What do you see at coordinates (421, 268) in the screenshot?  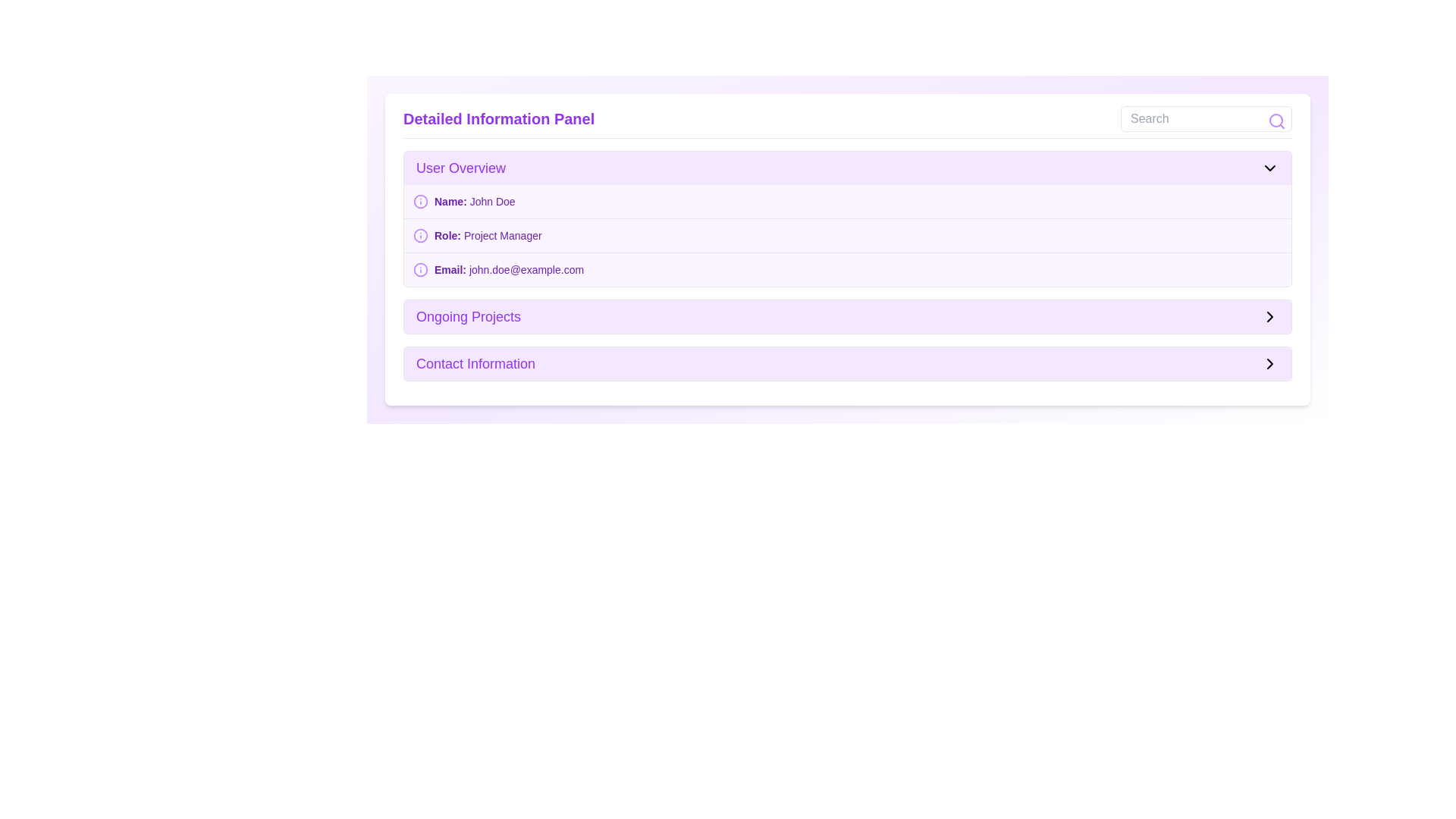 I see `the purple circular info icon located to the left of the 'Email:' label` at bounding box center [421, 268].